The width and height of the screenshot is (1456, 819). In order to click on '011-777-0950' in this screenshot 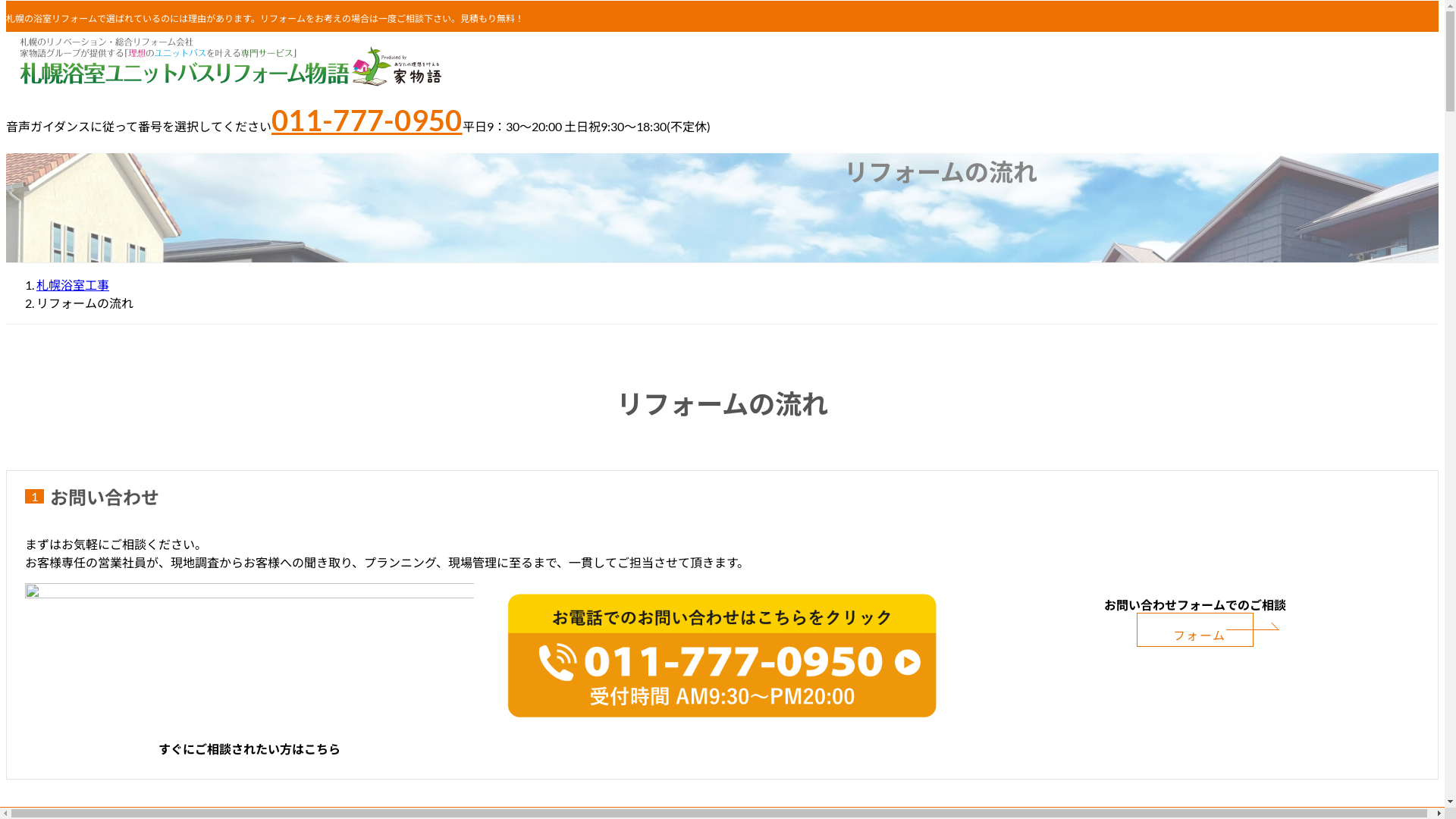, I will do `click(367, 119)`.